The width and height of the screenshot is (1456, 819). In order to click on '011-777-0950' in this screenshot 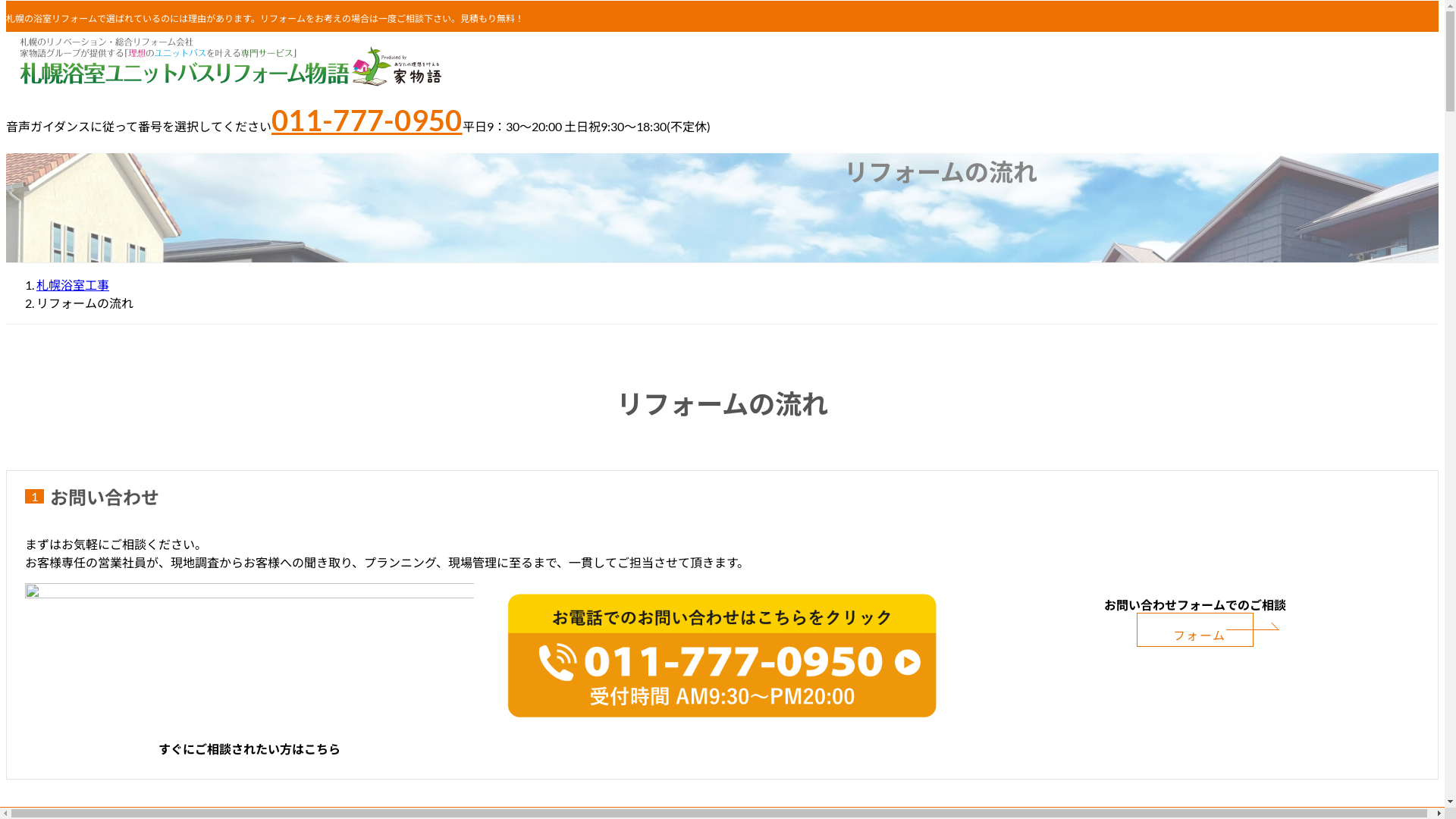, I will do `click(367, 119)`.